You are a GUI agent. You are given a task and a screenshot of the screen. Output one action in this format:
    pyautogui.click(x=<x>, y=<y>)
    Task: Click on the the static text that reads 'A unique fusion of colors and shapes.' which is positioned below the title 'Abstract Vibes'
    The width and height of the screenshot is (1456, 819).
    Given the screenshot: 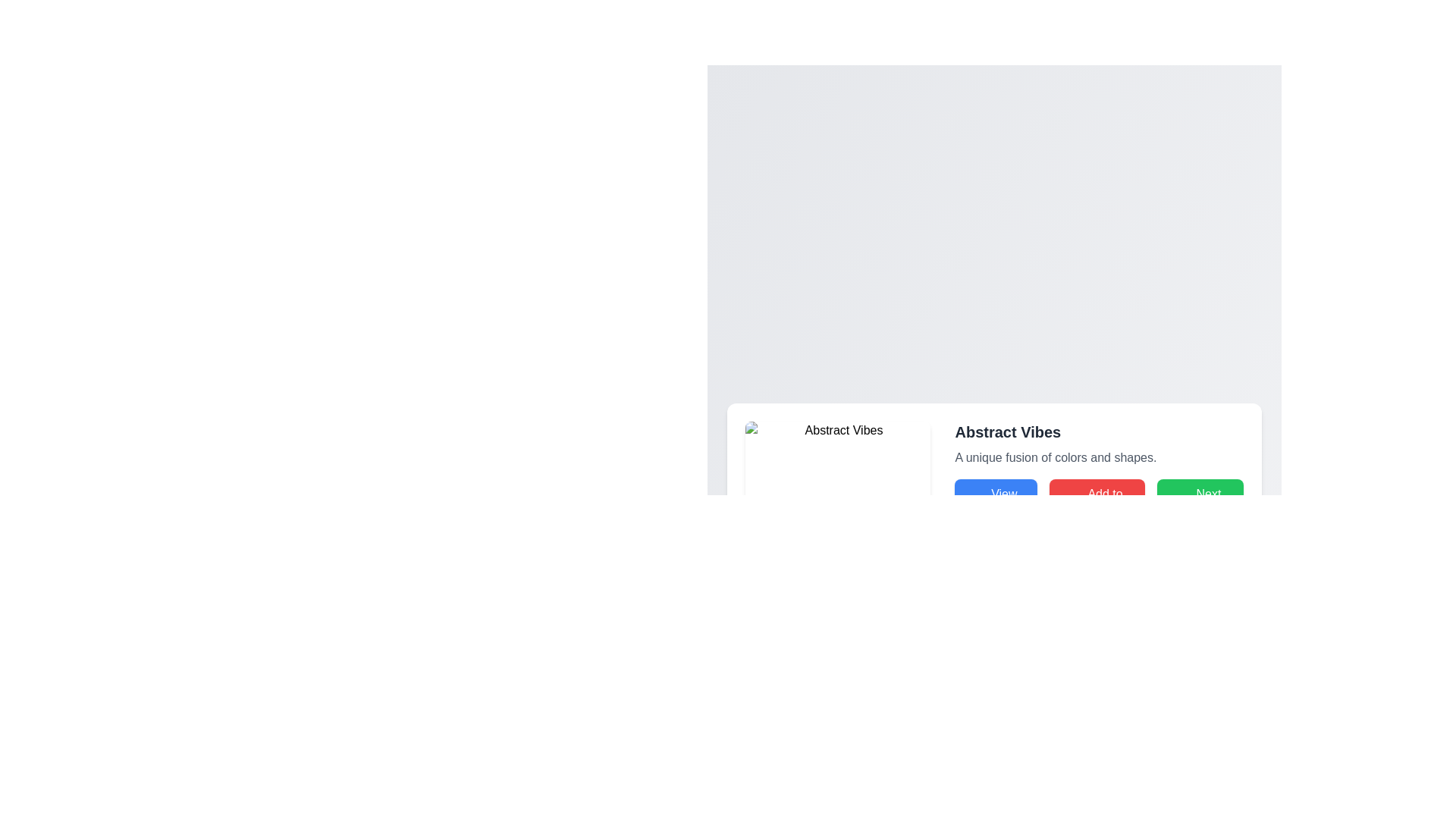 What is the action you would take?
    pyautogui.click(x=1099, y=457)
    